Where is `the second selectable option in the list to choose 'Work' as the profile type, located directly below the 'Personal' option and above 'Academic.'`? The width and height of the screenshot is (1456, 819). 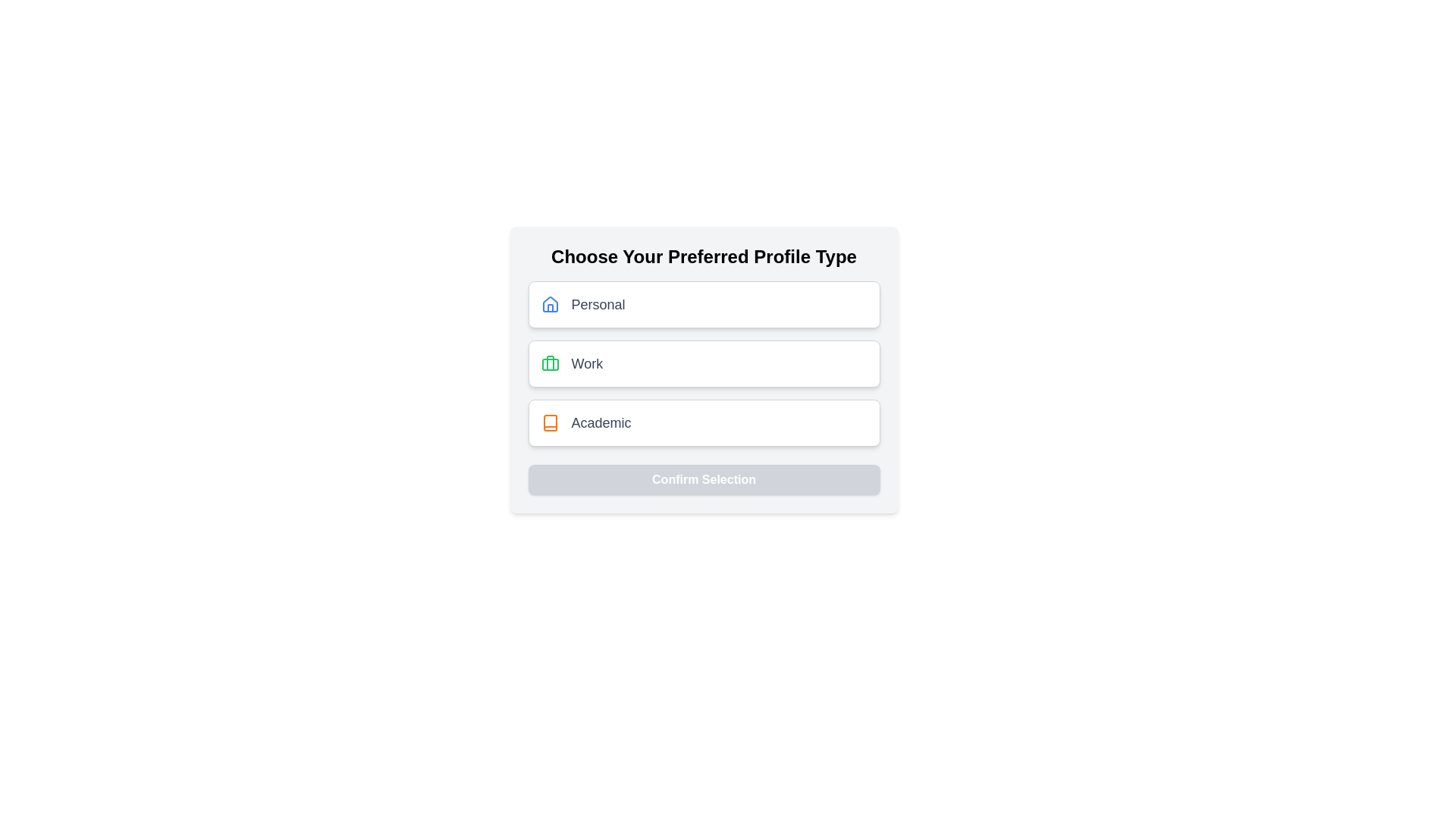
the second selectable option in the list to choose 'Work' as the profile type, located directly below the 'Personal' option and above 'Academic.' is located at coordinates (703, 370).